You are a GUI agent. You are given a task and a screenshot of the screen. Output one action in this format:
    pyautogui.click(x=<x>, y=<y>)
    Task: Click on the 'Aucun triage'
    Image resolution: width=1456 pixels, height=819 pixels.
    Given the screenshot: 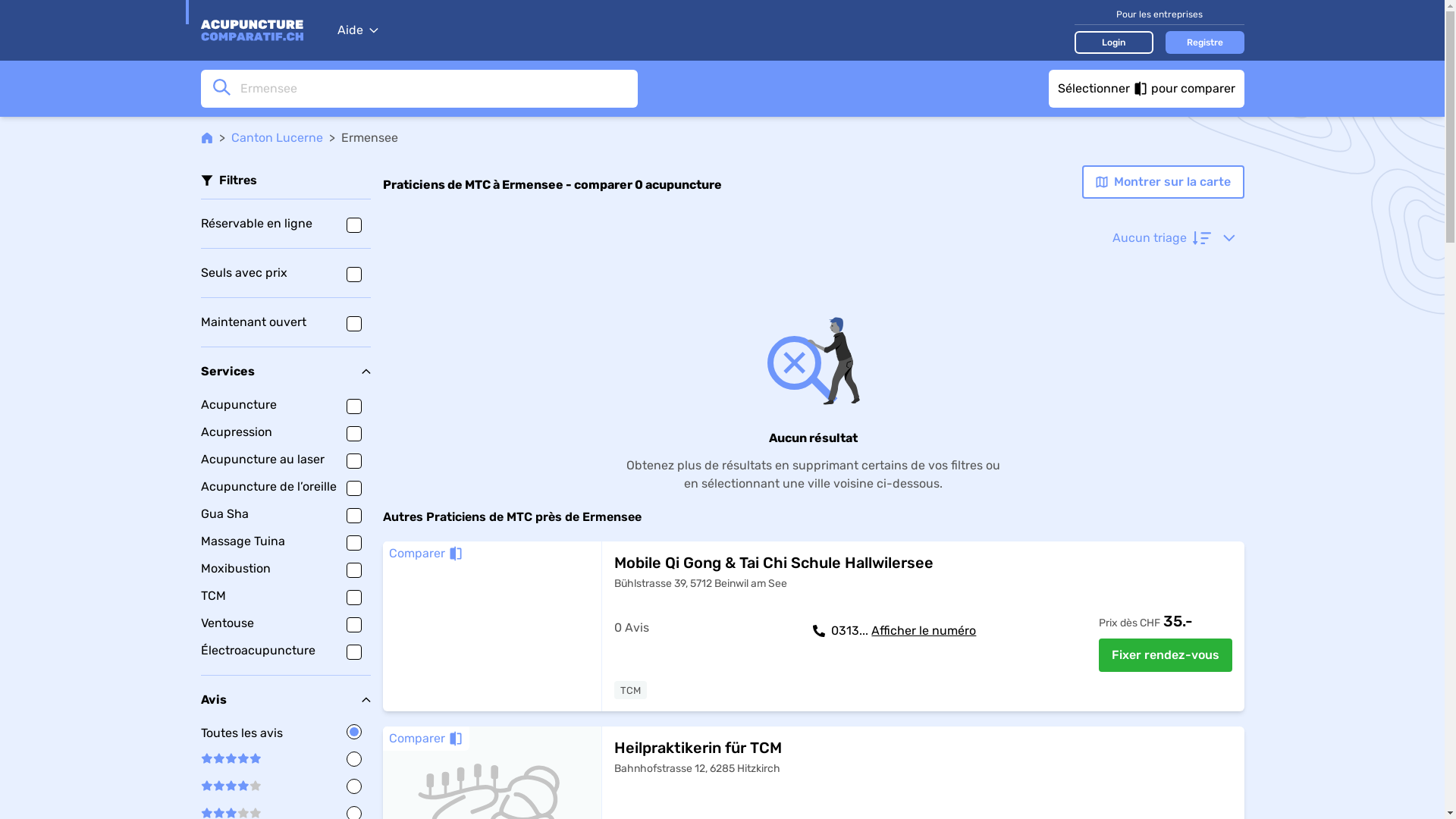 What is the action you would take?
    pyautogui.click(x=1172, y=237)
    